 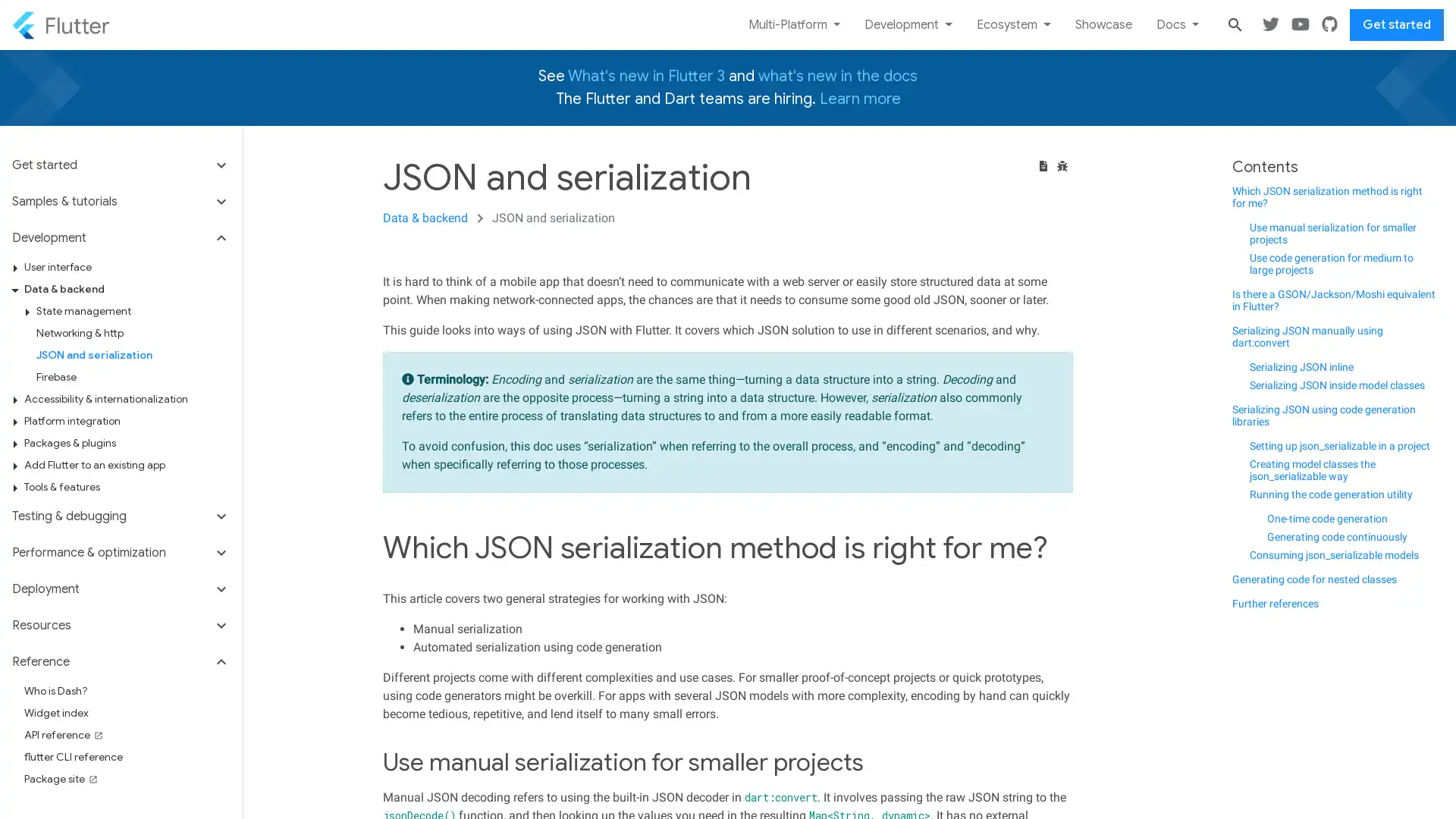 I want to click on Performance & optimization keyboard_arrow_down, so click(x=120, y=553).